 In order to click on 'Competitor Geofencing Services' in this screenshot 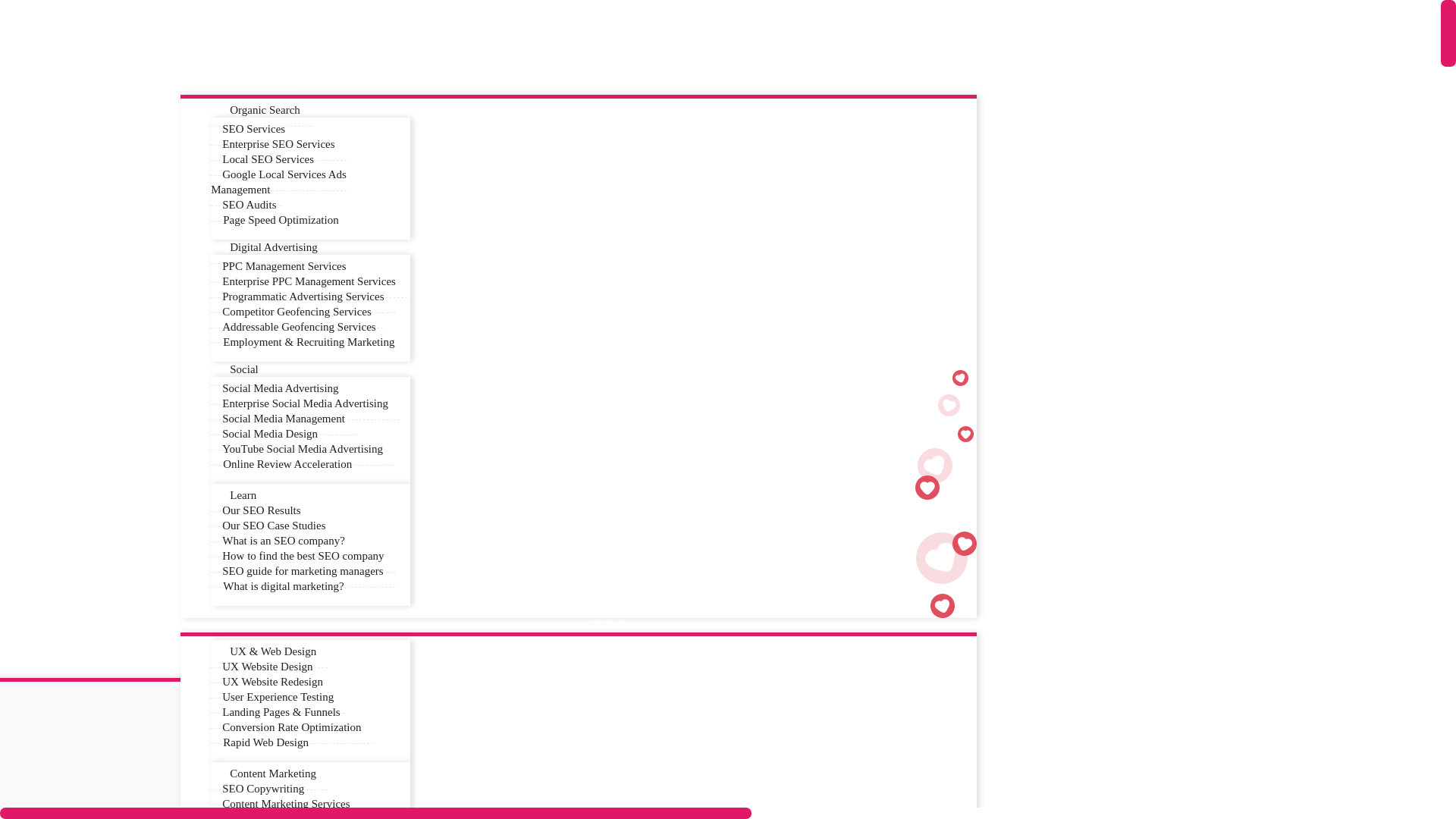, I will do `click(297, 311)`.